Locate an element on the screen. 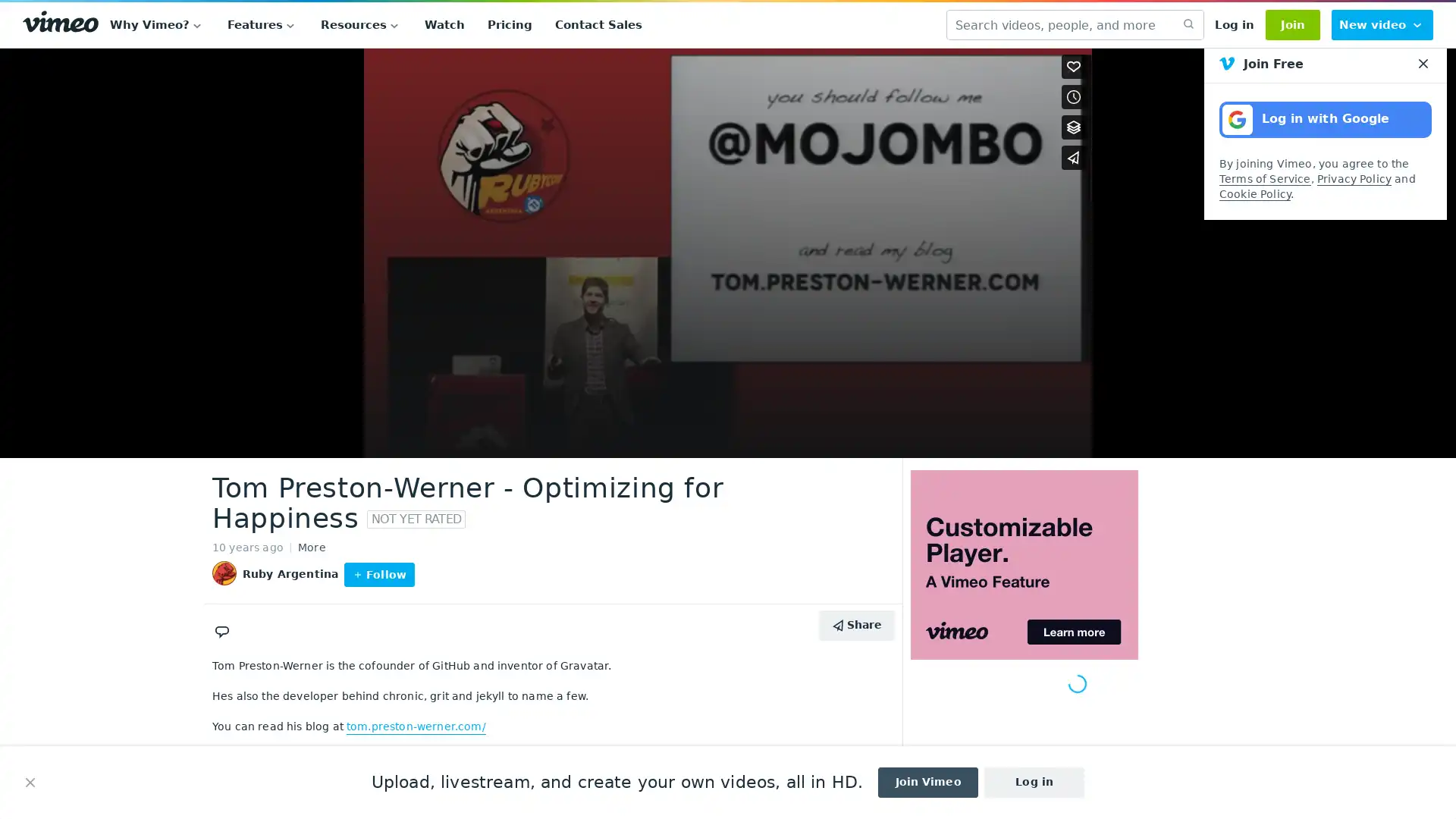  Resources is located at coordinates (360, 25).